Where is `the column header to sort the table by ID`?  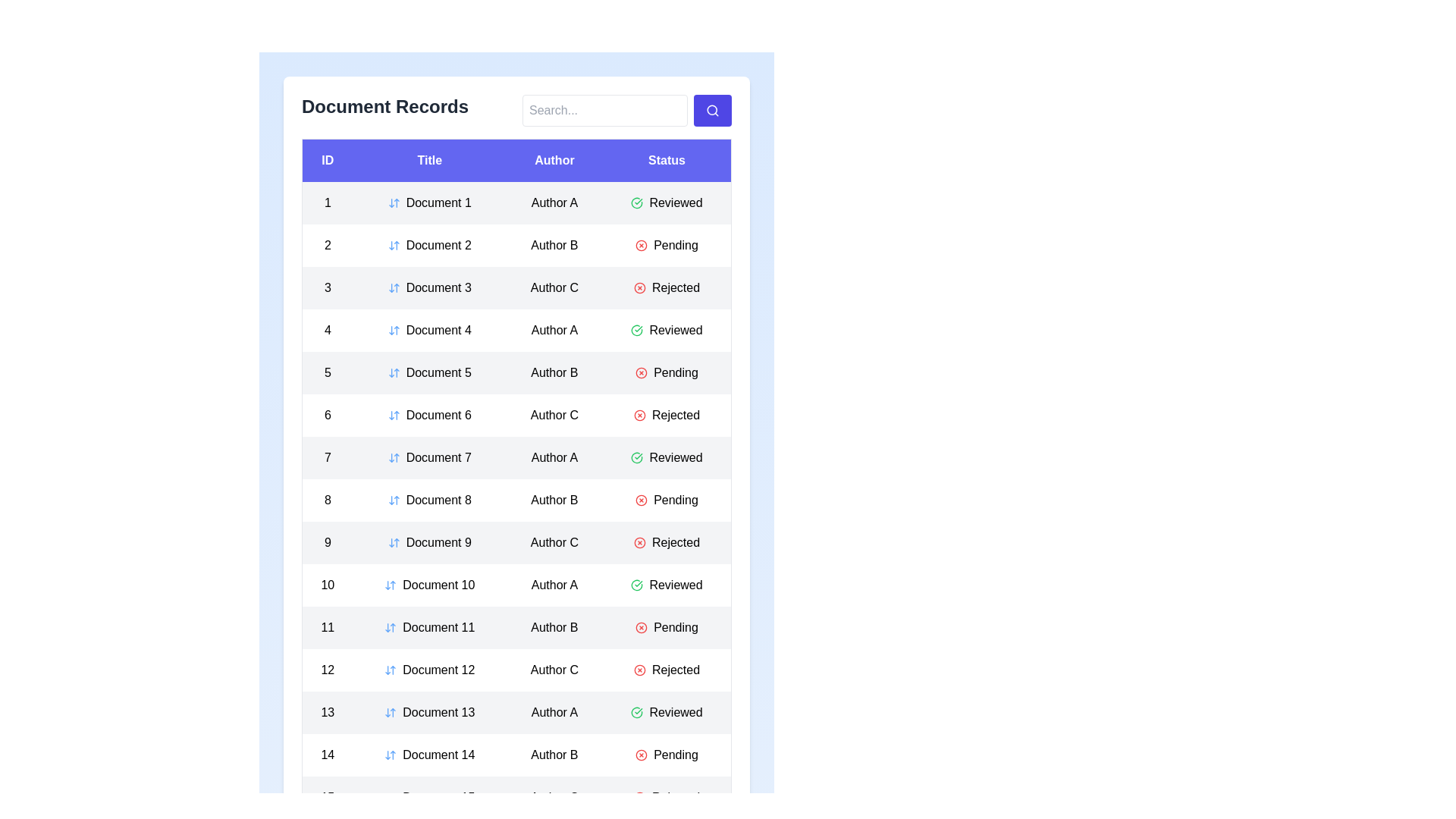 the column header to sort the table by ID is located at coordinates (327, 160).